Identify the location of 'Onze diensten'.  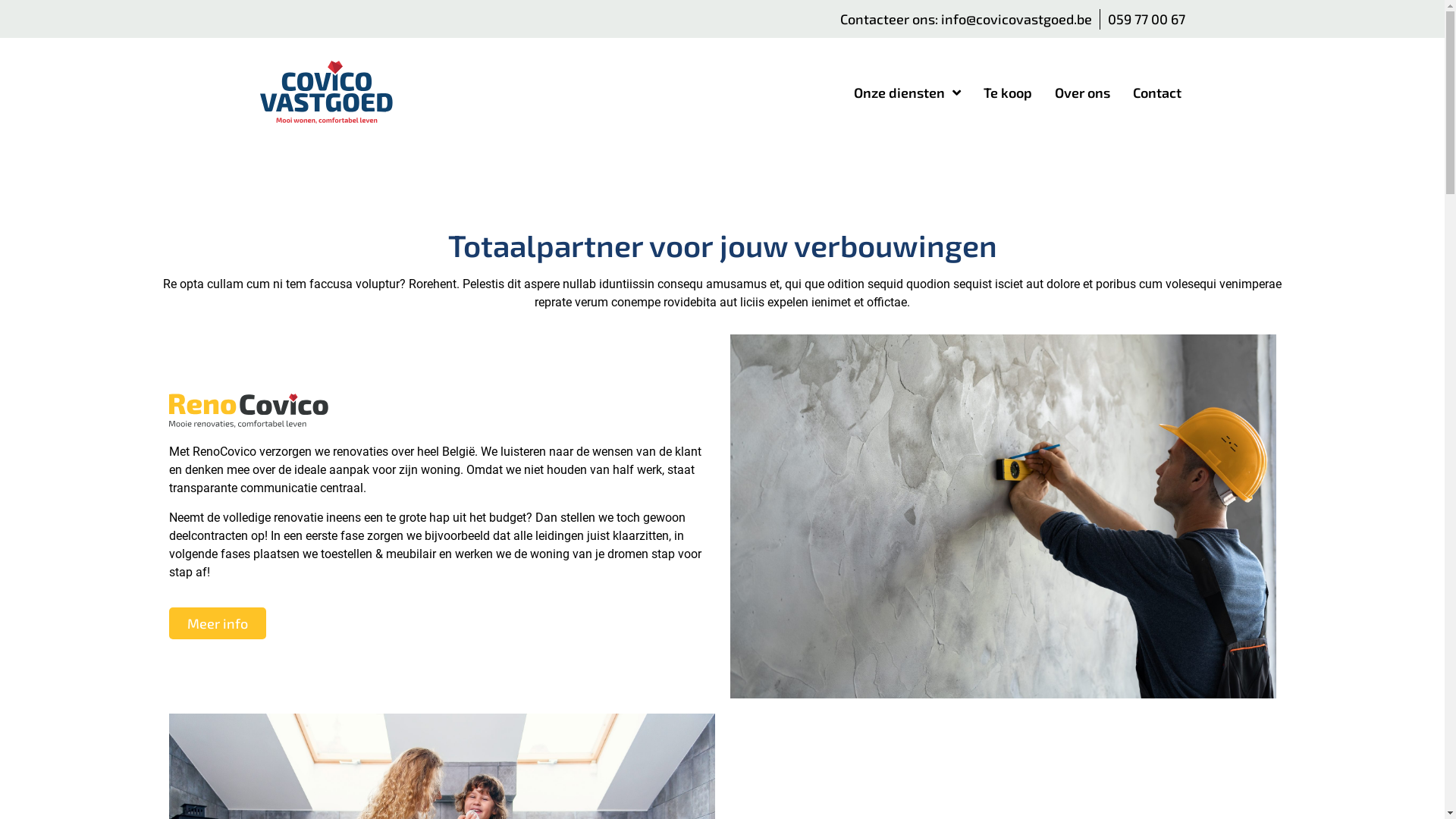
(907, 93).